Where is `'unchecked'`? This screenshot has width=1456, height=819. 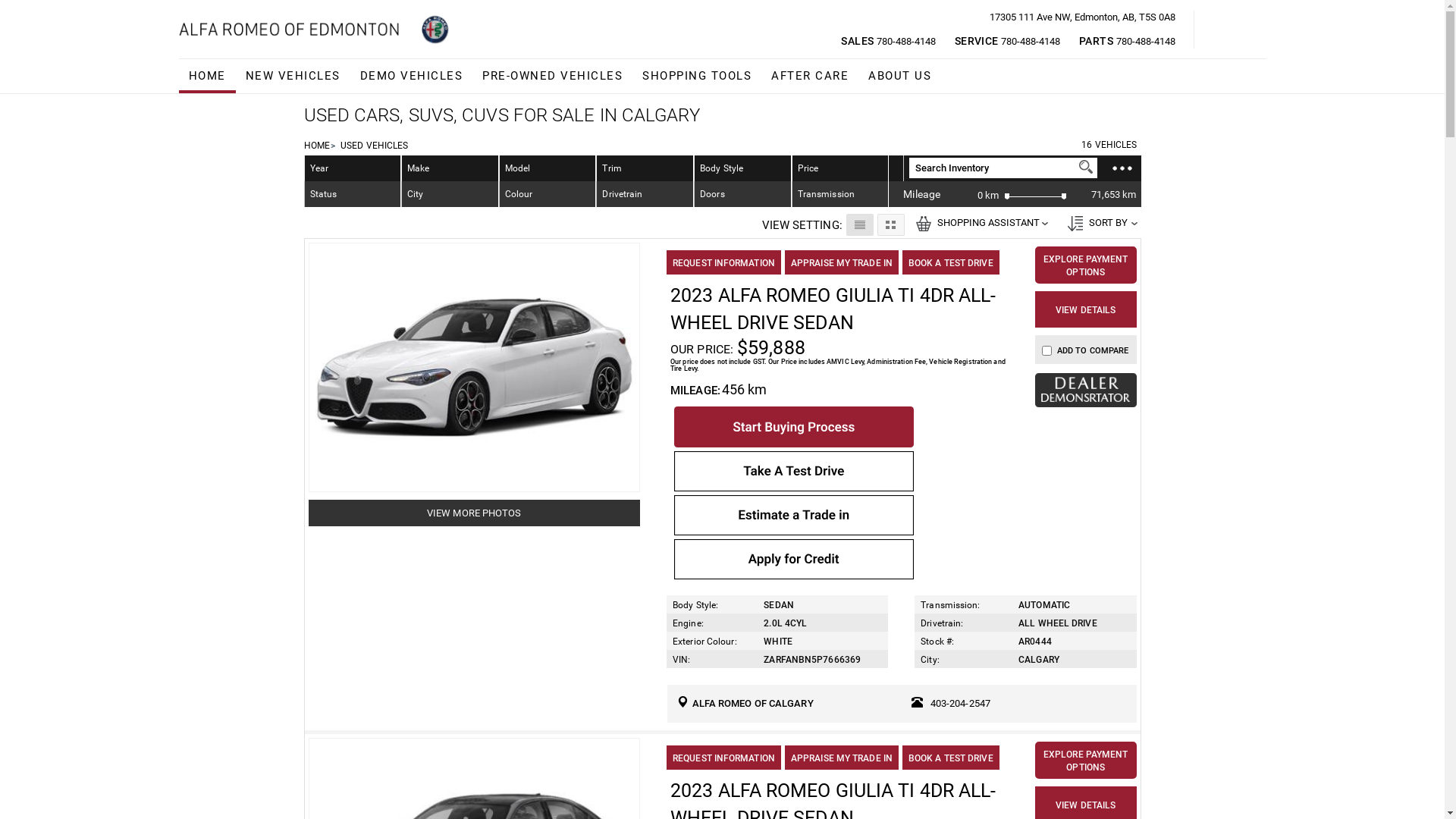
'unchecked' is located at coordinates (1046, 350).